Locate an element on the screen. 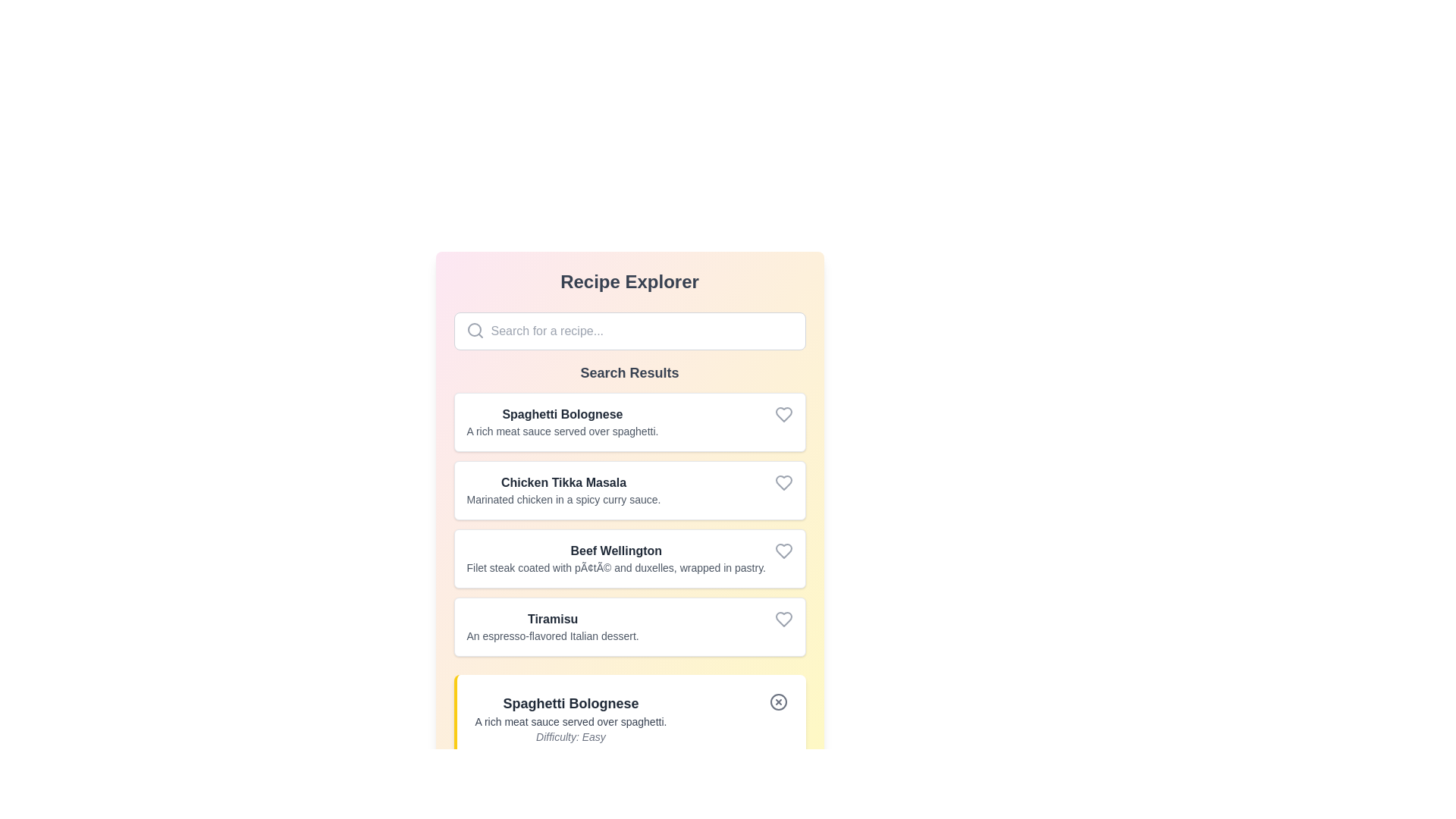 The width and height of the screenshot is (1456, 819). the recipe card for 'Spaghetti Bolognese', which is located at the bottom of the visible list of recipes and has a yellow border and white background is located at coordinates (631, 718).